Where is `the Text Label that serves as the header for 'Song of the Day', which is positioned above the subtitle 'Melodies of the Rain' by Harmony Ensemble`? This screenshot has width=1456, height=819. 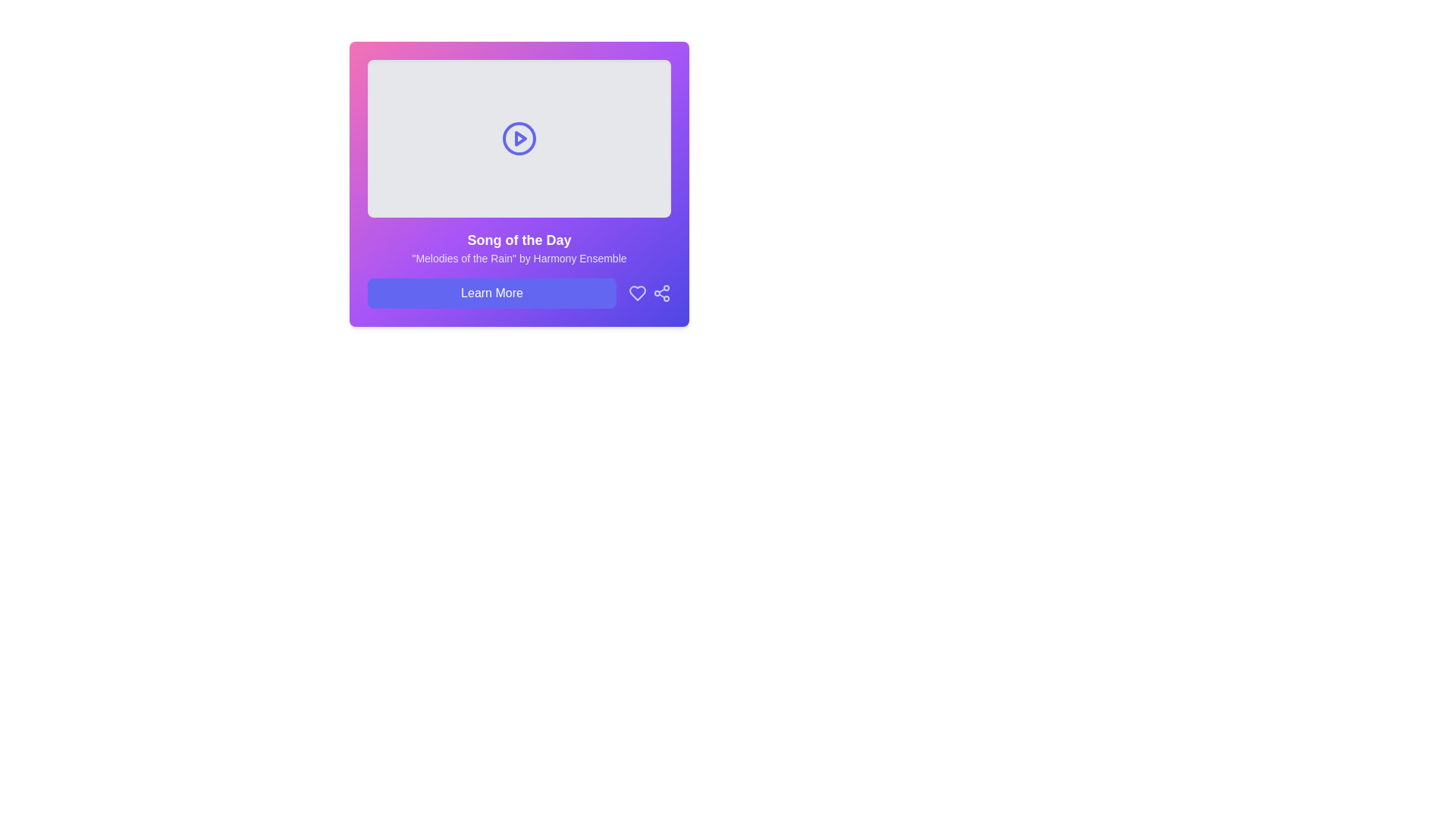 the Text Label that serves as the header for 'Song of the Day', which is positioned above the subtitle 'Melodies of the Rain' by Harmony Ensemble is located at coordinates (519, 239).